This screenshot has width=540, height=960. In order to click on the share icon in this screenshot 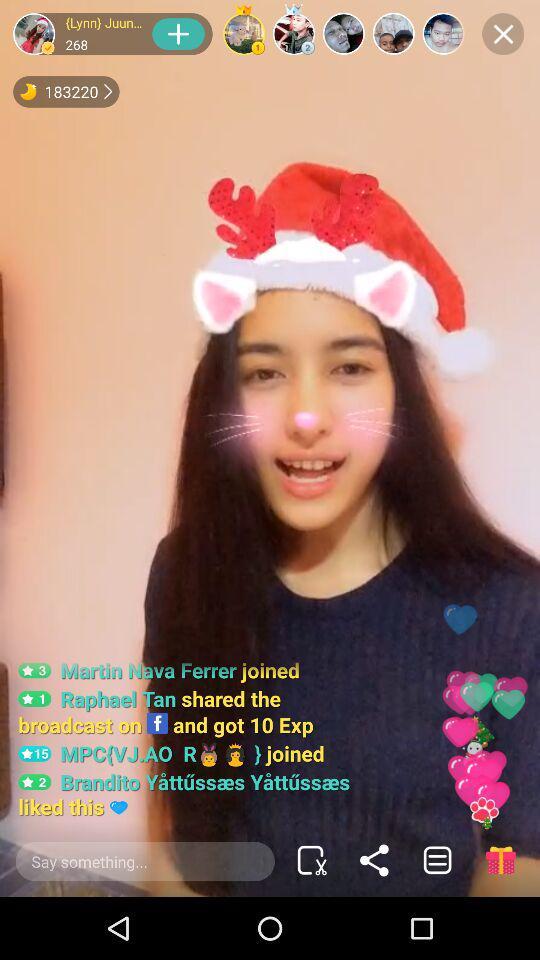, I will do `click(374, 859)`.